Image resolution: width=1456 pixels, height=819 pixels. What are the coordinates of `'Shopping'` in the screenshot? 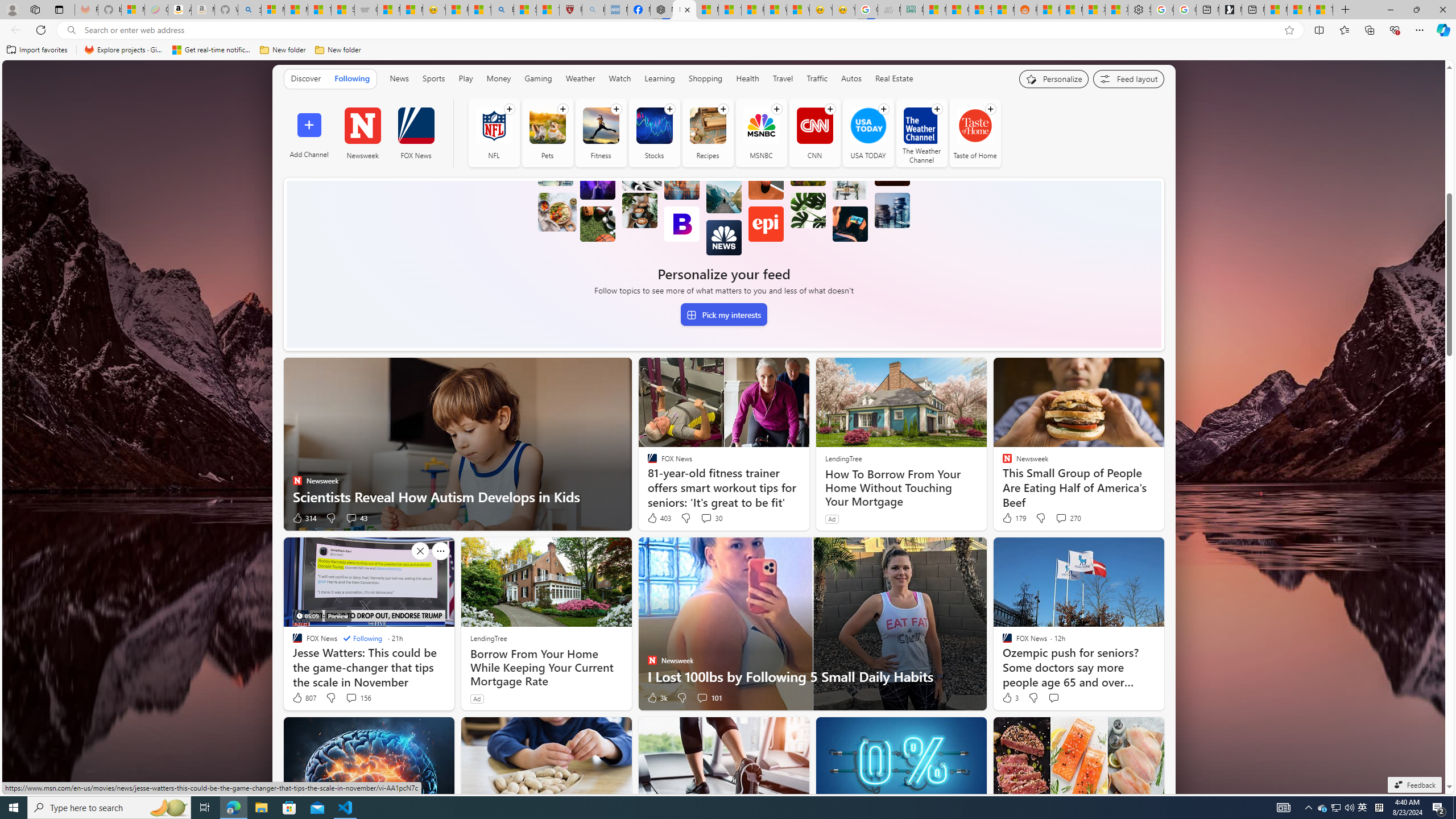 It's located at (705, 78).